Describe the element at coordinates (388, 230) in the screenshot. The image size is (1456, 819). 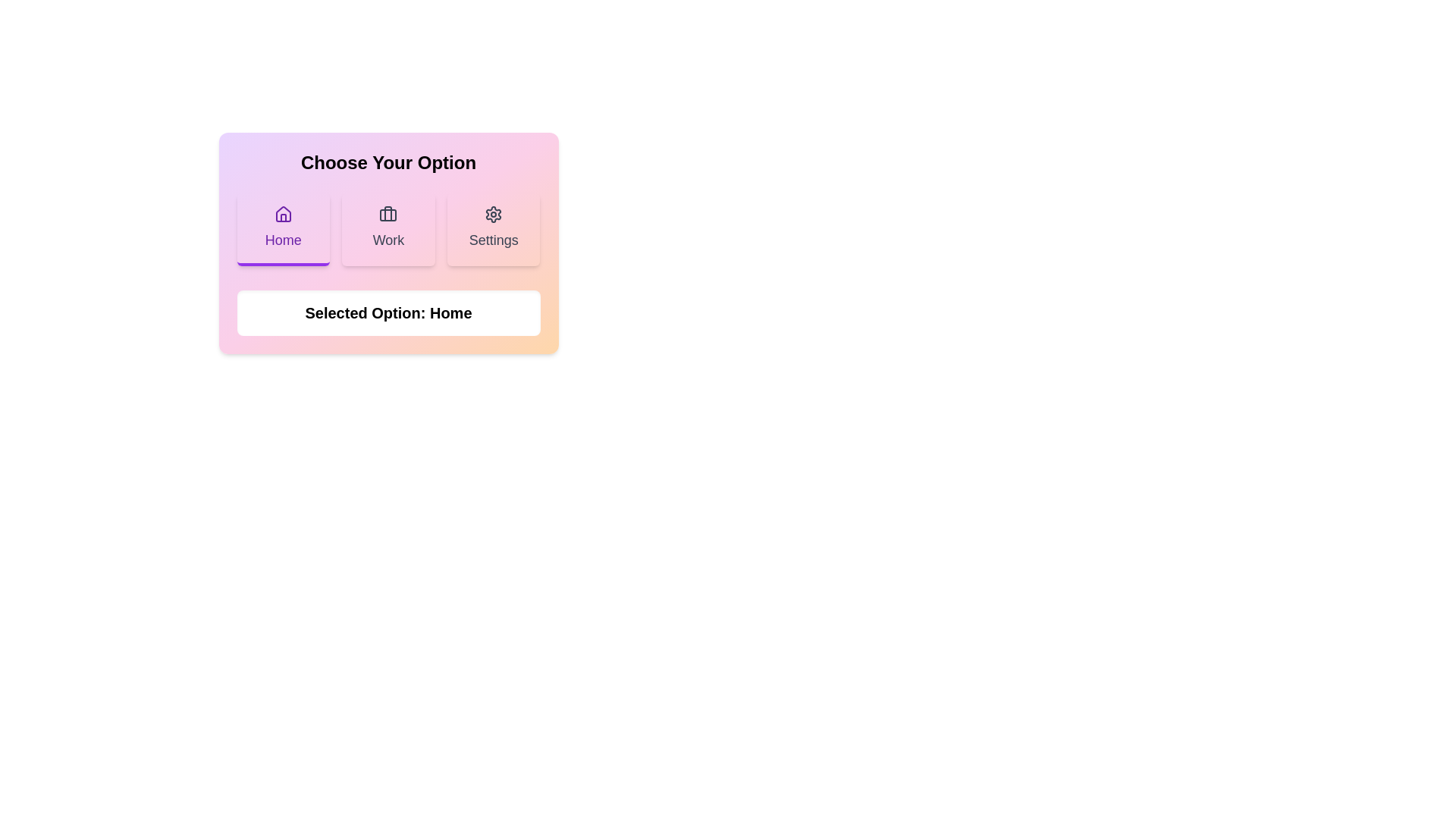
I see `the 'Work' button, which is a rectangular button with a light gray text label and an icon of a briefcase` at that location.